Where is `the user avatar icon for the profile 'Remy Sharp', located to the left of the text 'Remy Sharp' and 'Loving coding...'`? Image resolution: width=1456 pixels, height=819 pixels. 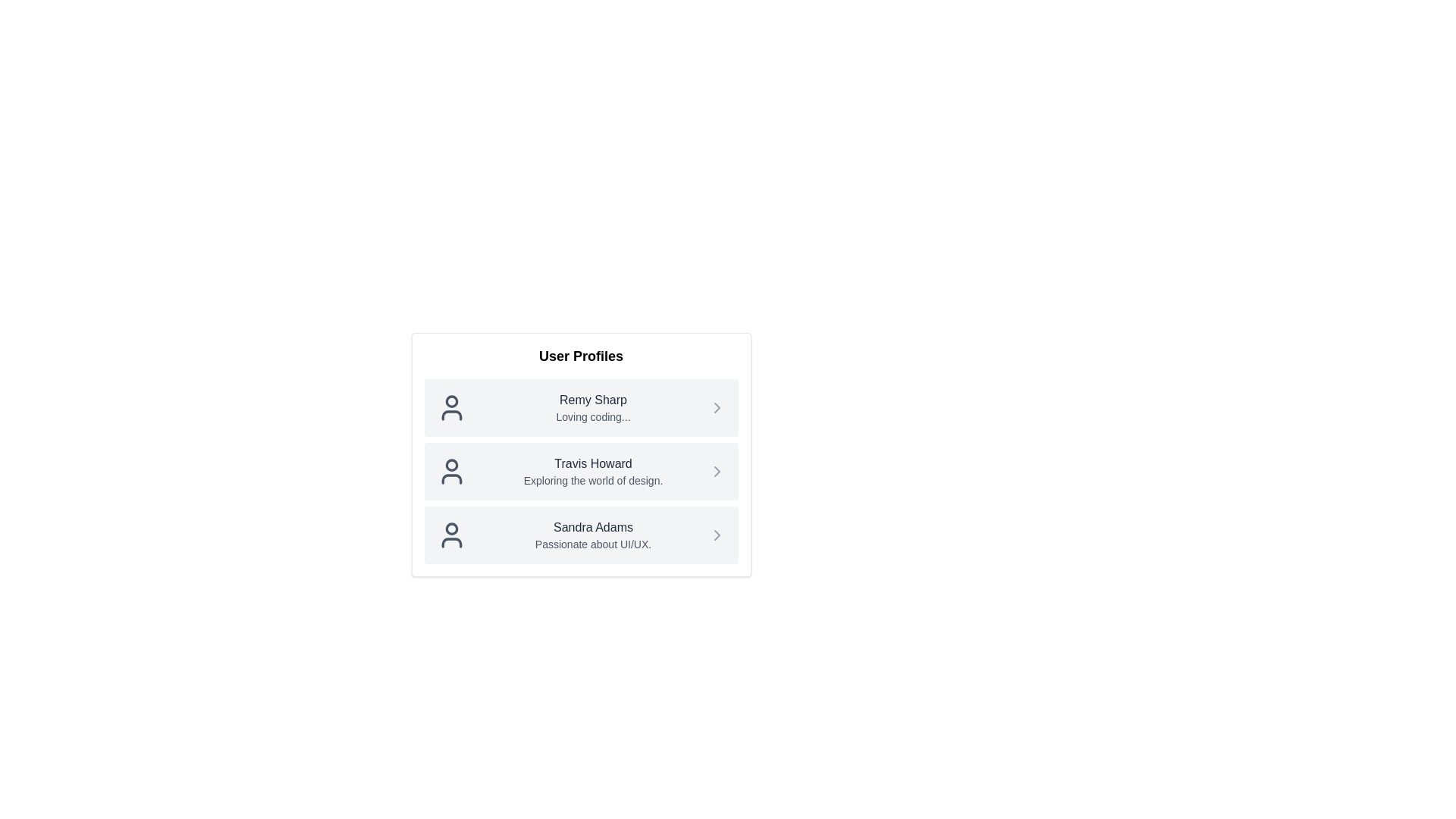
the user avatar icon for the profile 'Remy Sharp', located to the left of the text 'Remy Sharp' and 'Loving coding...' is located at coordinates (450, 406).